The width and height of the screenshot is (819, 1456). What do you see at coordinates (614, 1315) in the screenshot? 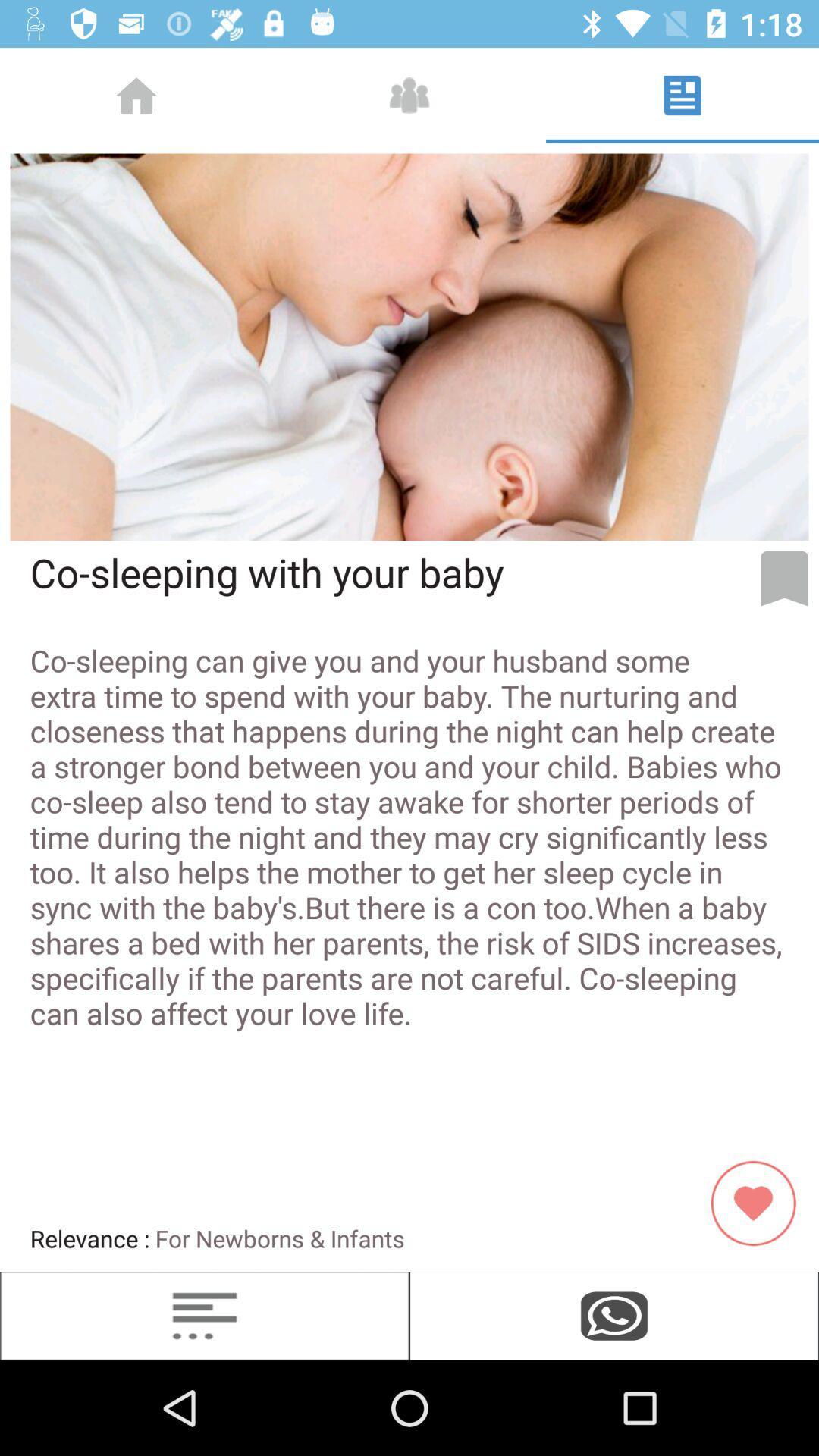
I see `the whatsapp logo at the bottom of the page` at bounding box center [614, 1315].